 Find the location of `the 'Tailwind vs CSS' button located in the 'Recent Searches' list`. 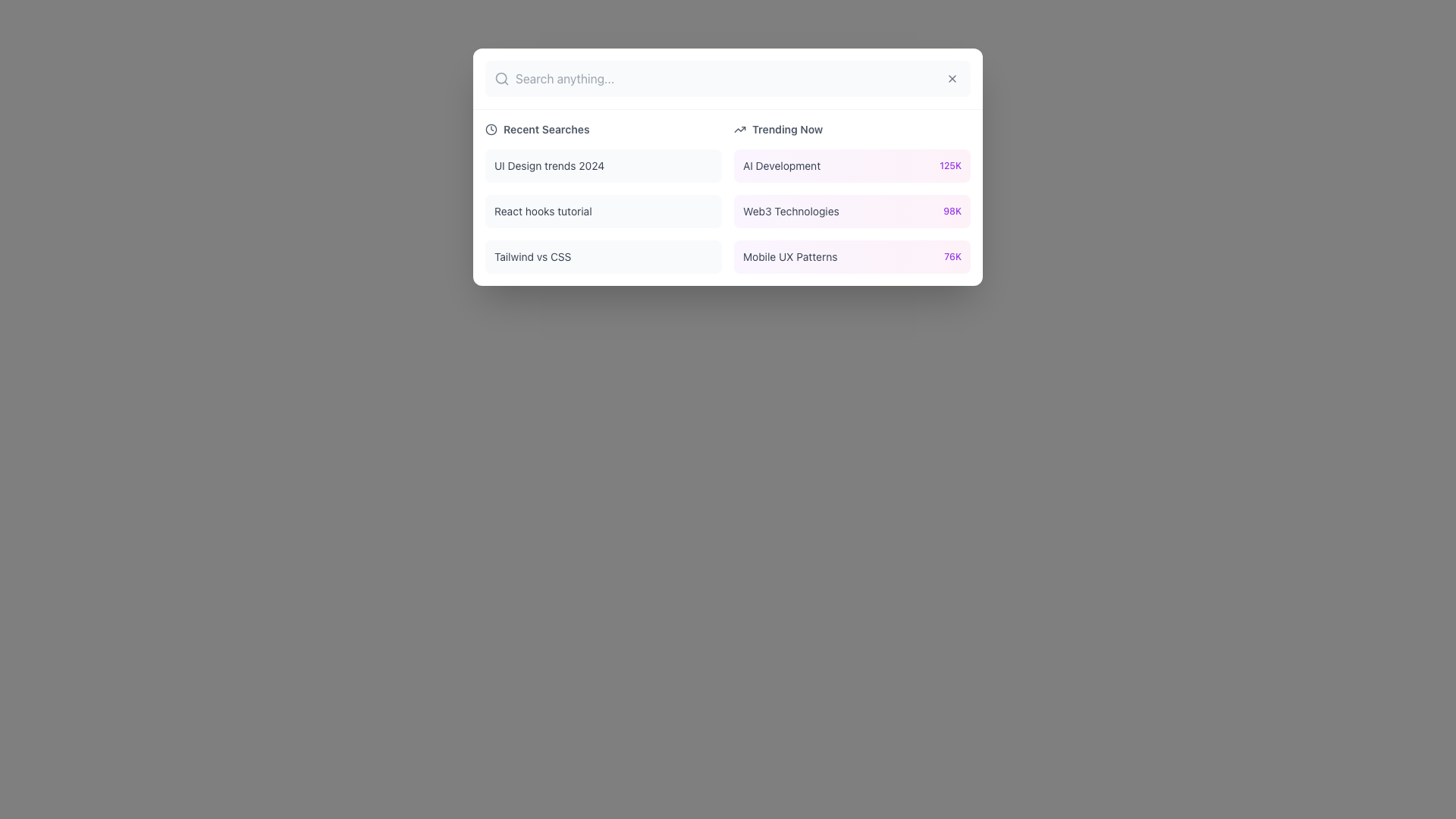

the 'Tailwind vs CSS' button located in the 'Recent Searches' list is located at coordinates (603, 256).